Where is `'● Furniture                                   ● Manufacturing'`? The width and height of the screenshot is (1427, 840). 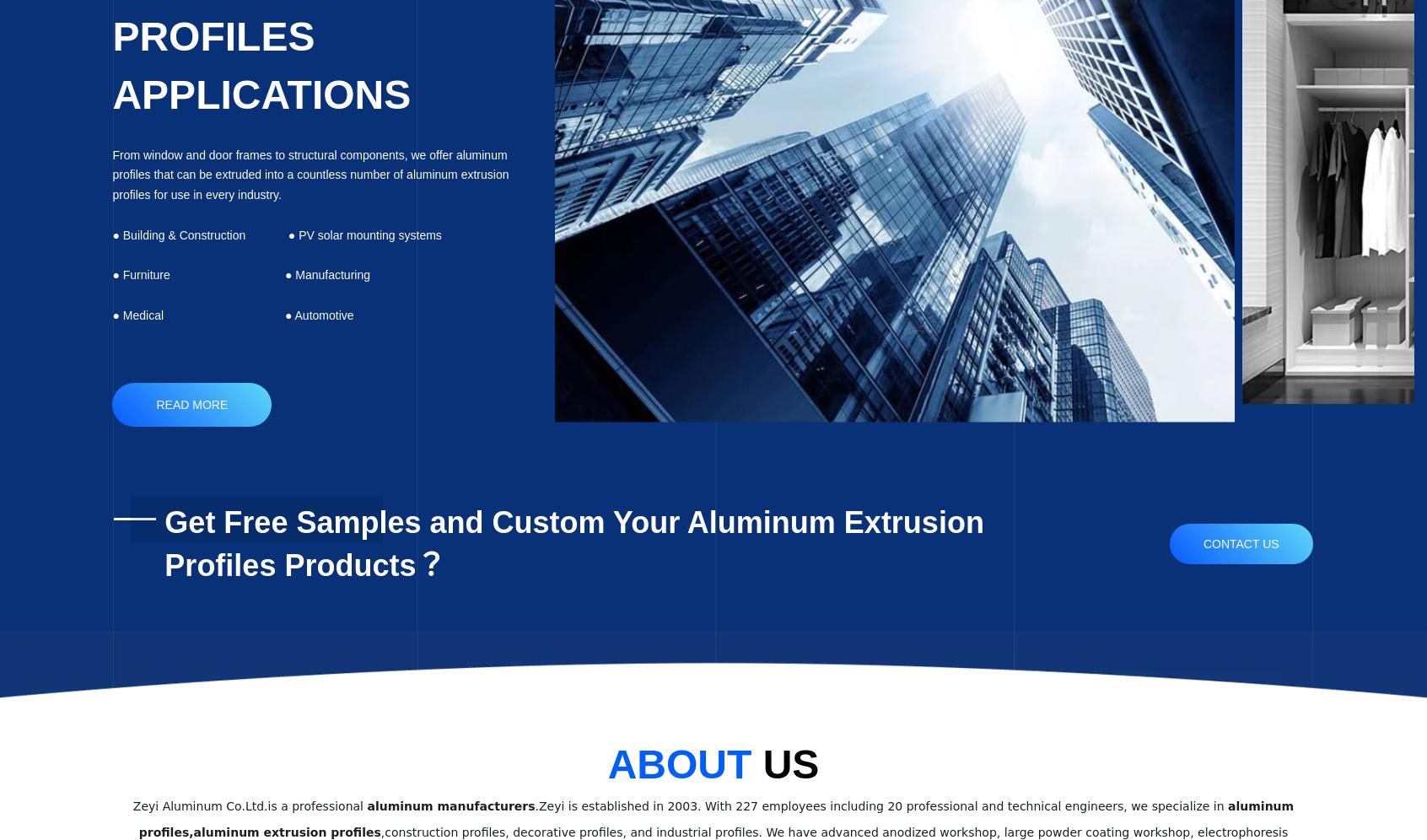
'● Furniture                                   ● Manufacturing' is located at coordinates (240, 273).